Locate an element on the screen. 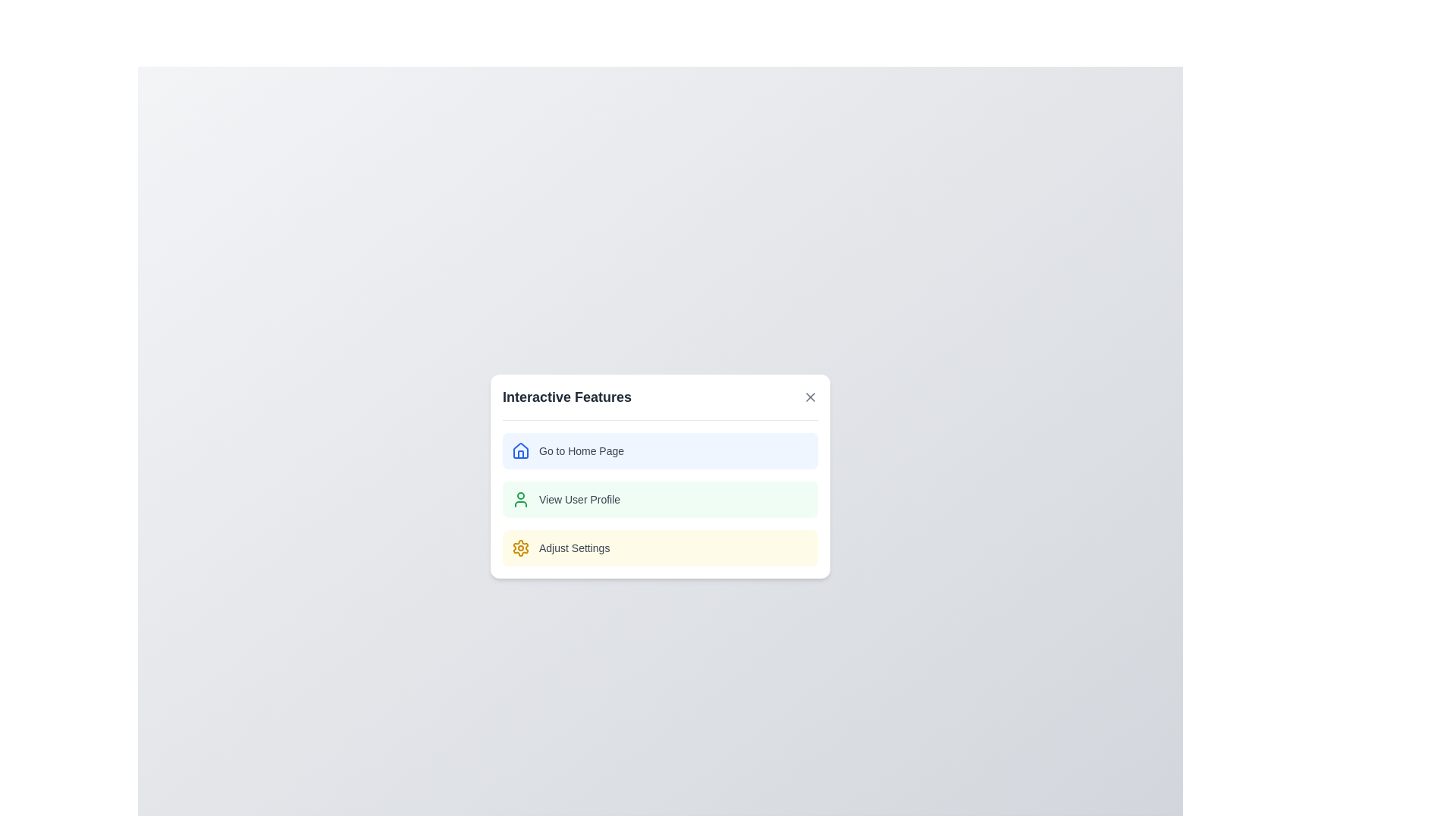 The height and width of the screenshot is (819, 1456). the outlined blue house icon at the top of the 'Interactive Features' dialog box, which is associated with the 'Go to Home Page' label is located at coordinates (520, 450).